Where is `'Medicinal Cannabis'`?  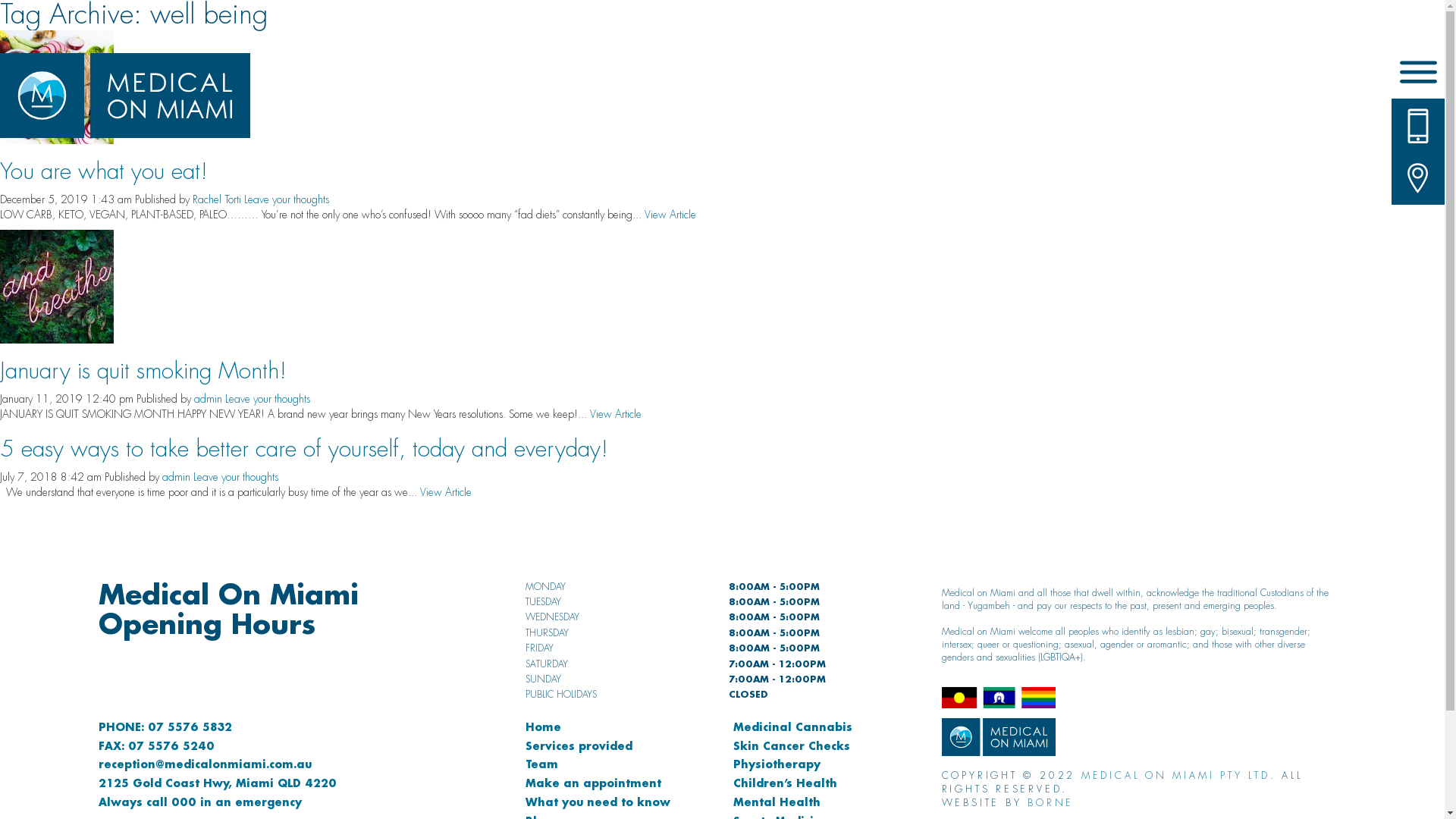 'Medicinal Cannabis' is located at coordinates (733, 726).